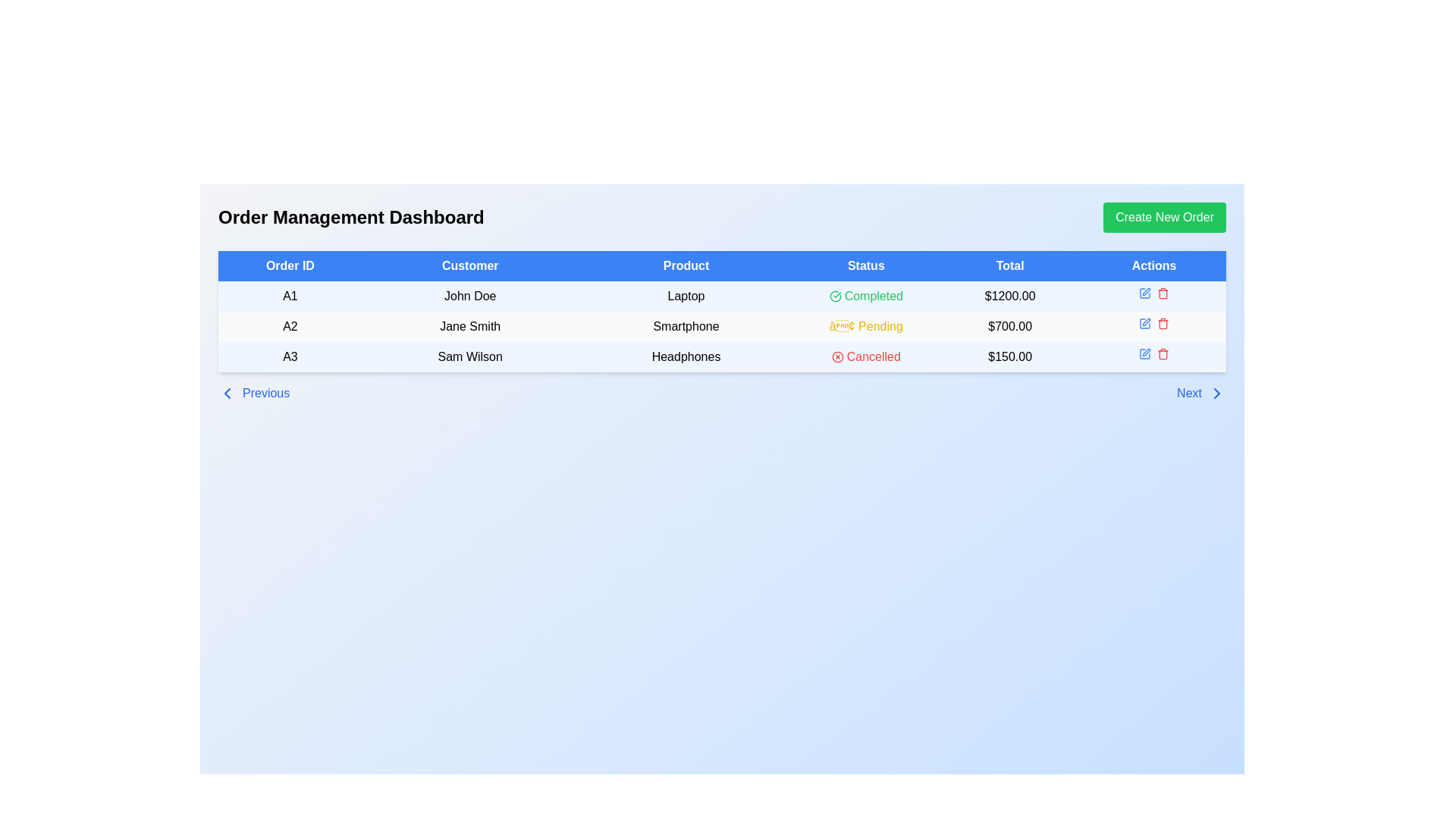  What do you see at coordinates (1145, 293) in the screenshot?
I see `the edit icon button located in the third row of the 'Actions' column of the table` at bounding box center [1145, 293].